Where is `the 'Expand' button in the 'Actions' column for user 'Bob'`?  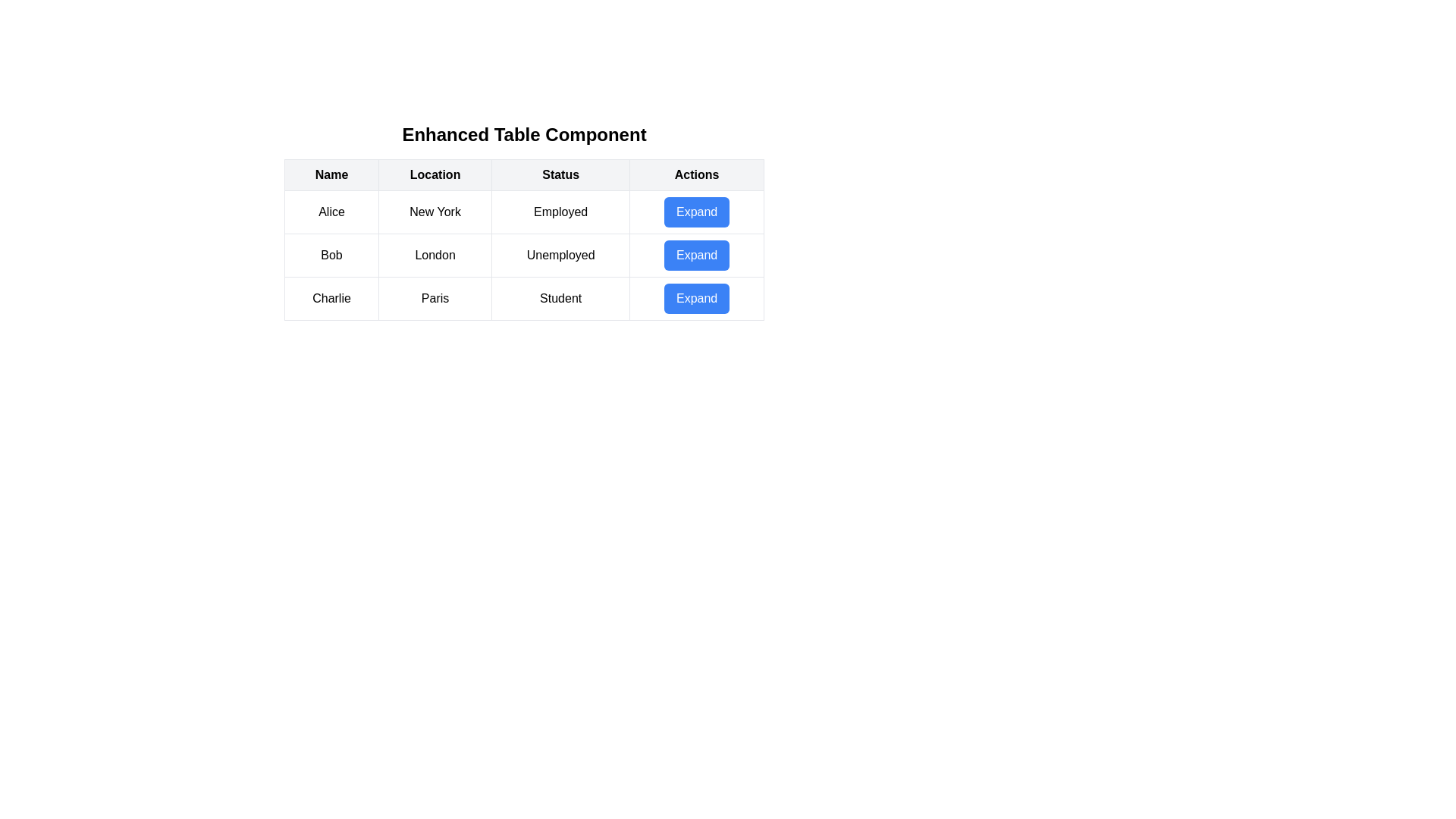 the 'Expand' button in the 'Actions' column for user 'Bob' is located at coordinates (696, 254).